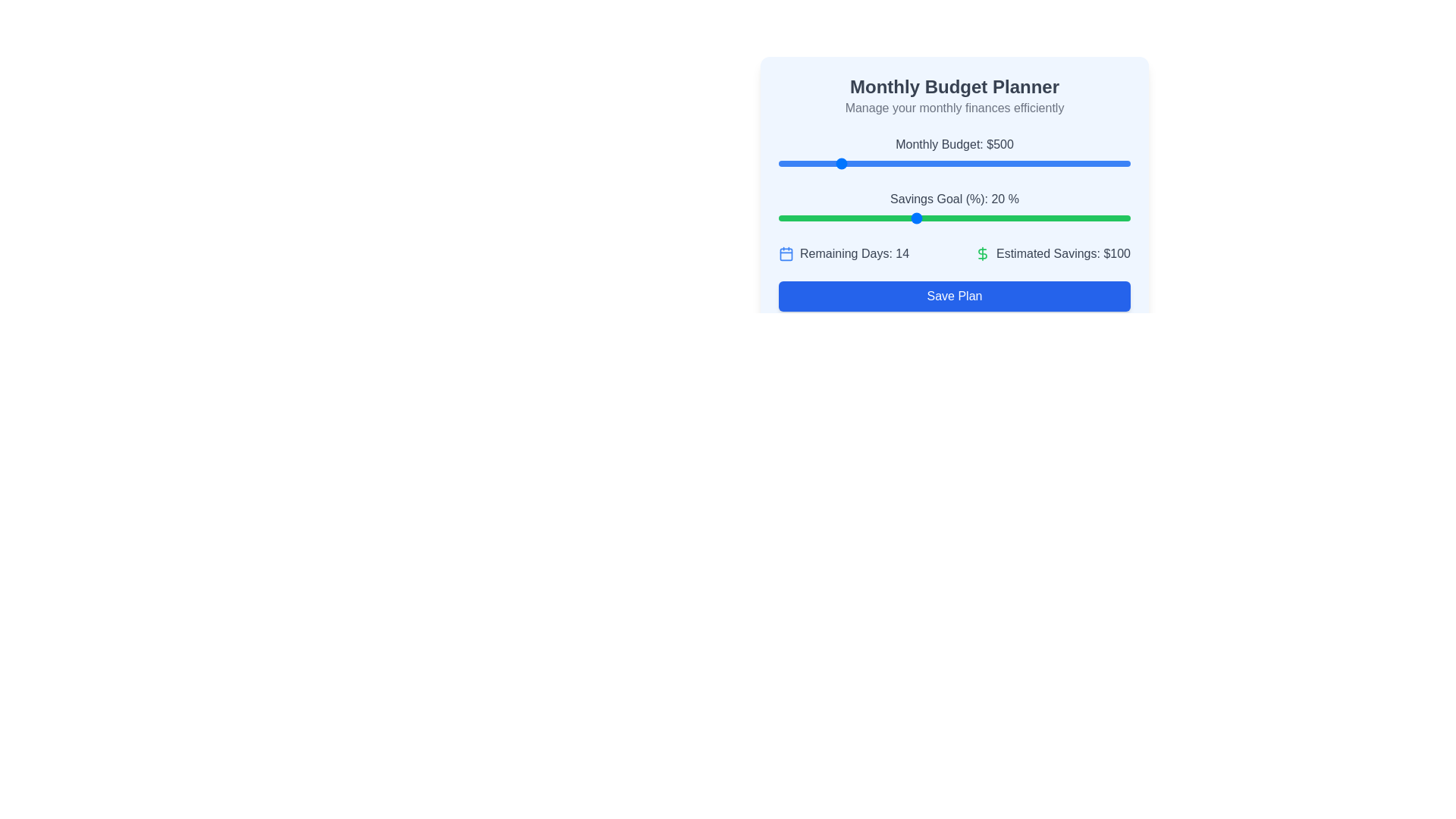 The height and width of the screenshot is (819, 1456). I want to click on the Savings Goal (%), so click(1015, 218).